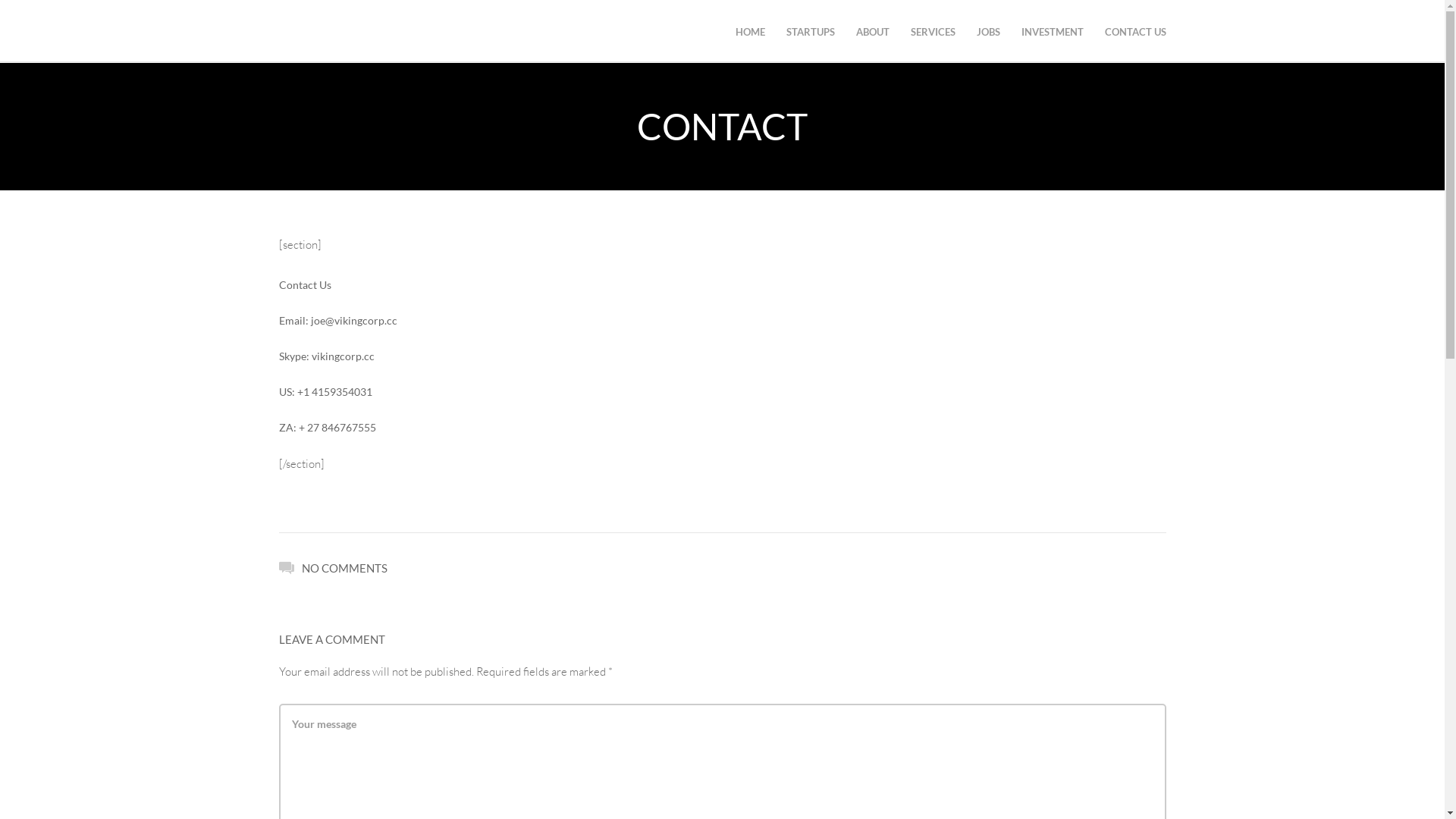 The width and height of the screenshot is (1456, 819). Describe the element at coordinates (1051, 32) in the screenshot. I see `'INVESTMENT'` at that location.